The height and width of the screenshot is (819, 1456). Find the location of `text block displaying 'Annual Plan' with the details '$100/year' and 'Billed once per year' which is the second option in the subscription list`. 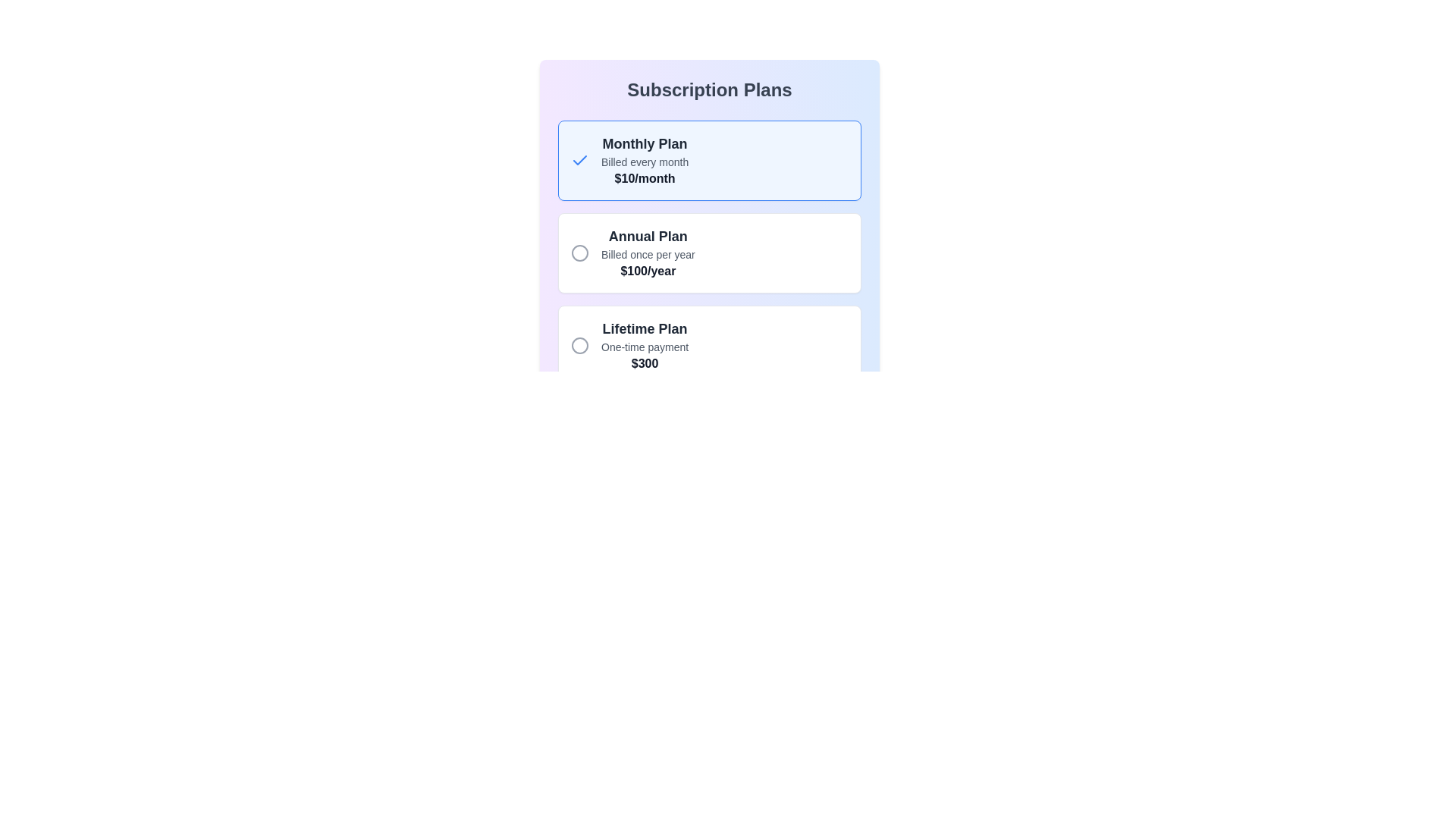

text block displaying 'Annual Plan' with the details '$100/year' and 'Billed once per year' which is the second option in the subscription list is located at coordinates (648, 253).